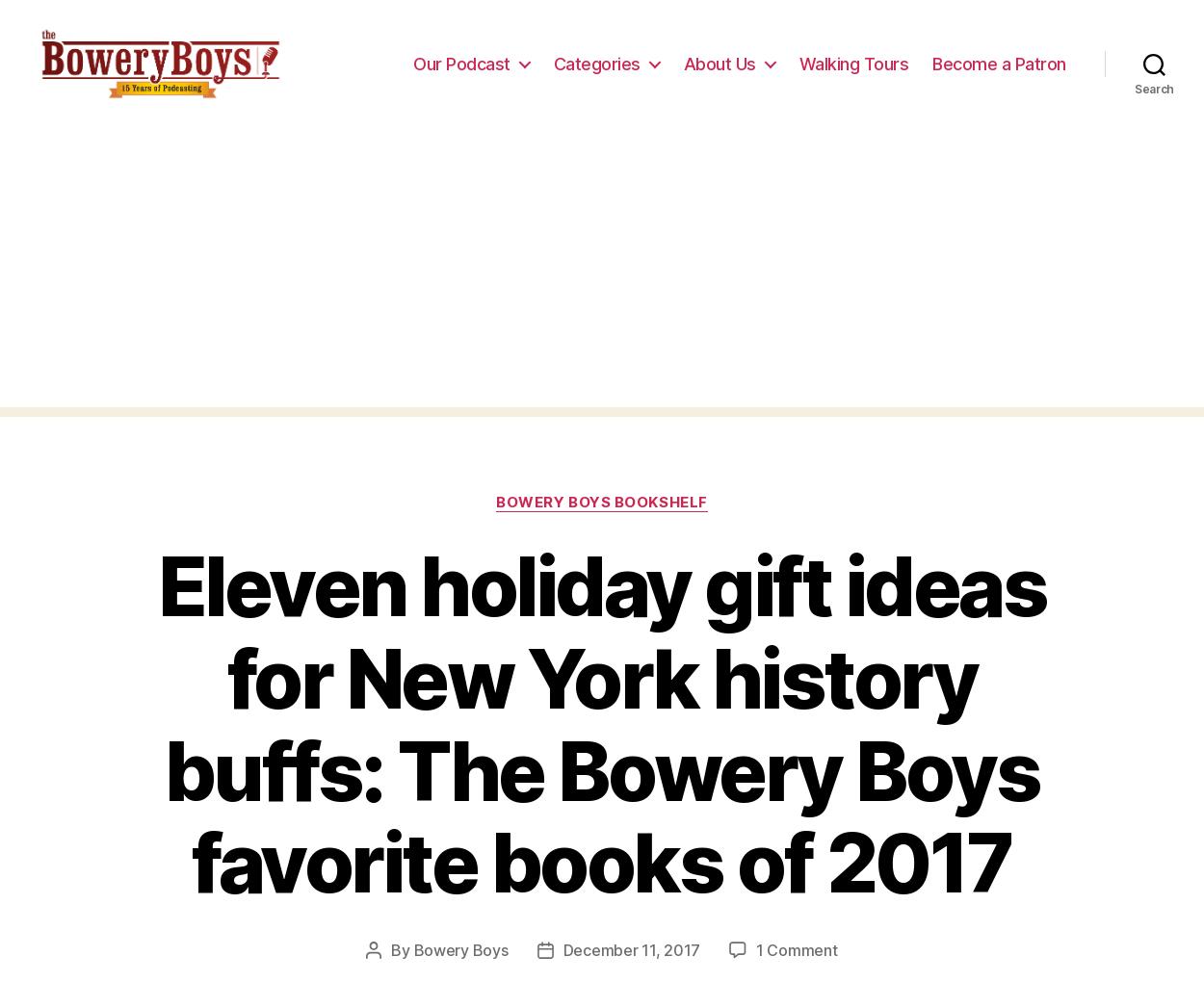 The height and width of the screenshot is (982, 1204). Describe the element at coordinates (322, 147) in the screenshot. I see `'https://uploads.disquscdn.com/images/ed91fb6ef70abfc60011d4fafaf0f7b727c9dfdb6ecf62f657531c267524829e.jpg'` at that location.